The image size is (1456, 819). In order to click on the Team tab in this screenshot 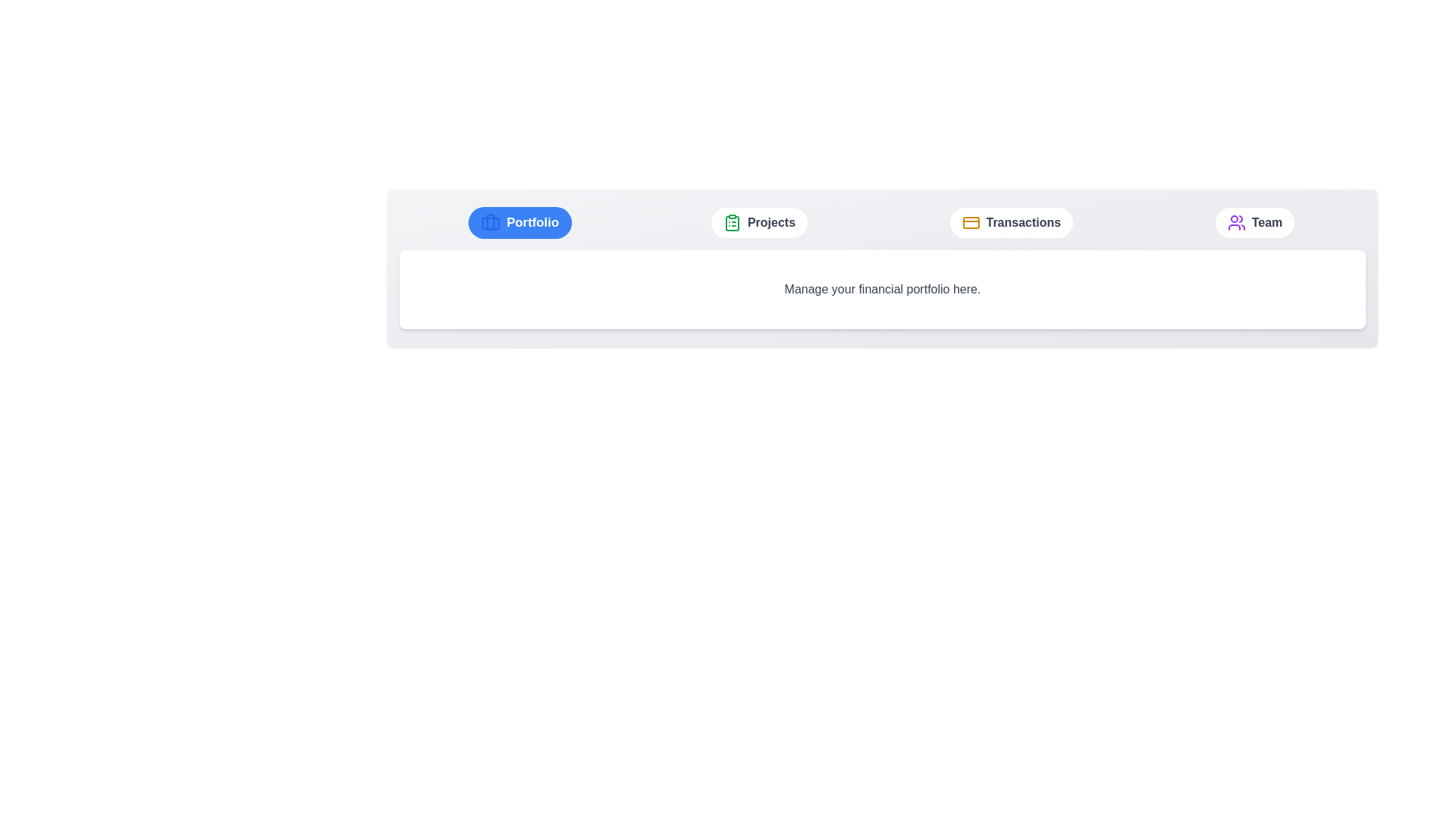, I will do `click(1254, 222)`.